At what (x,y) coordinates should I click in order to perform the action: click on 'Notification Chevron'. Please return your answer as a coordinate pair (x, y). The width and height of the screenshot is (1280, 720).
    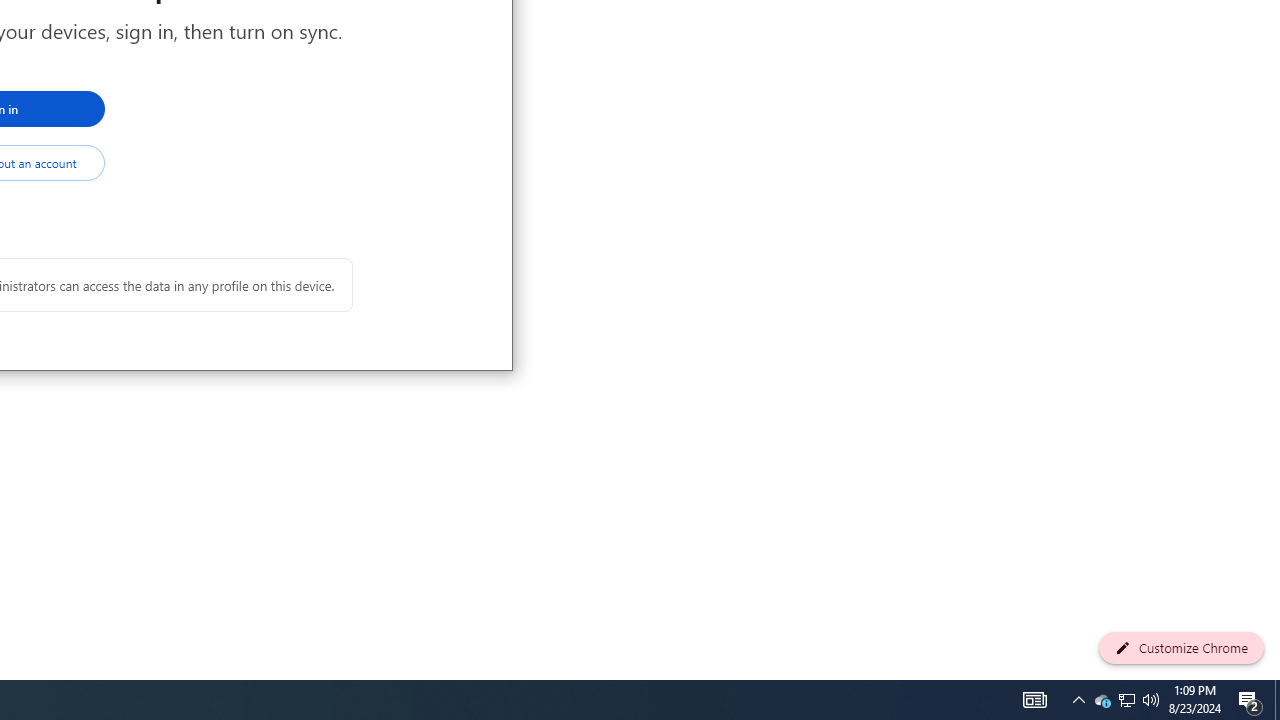
    Looking at the image, I should click on (1101, 698).